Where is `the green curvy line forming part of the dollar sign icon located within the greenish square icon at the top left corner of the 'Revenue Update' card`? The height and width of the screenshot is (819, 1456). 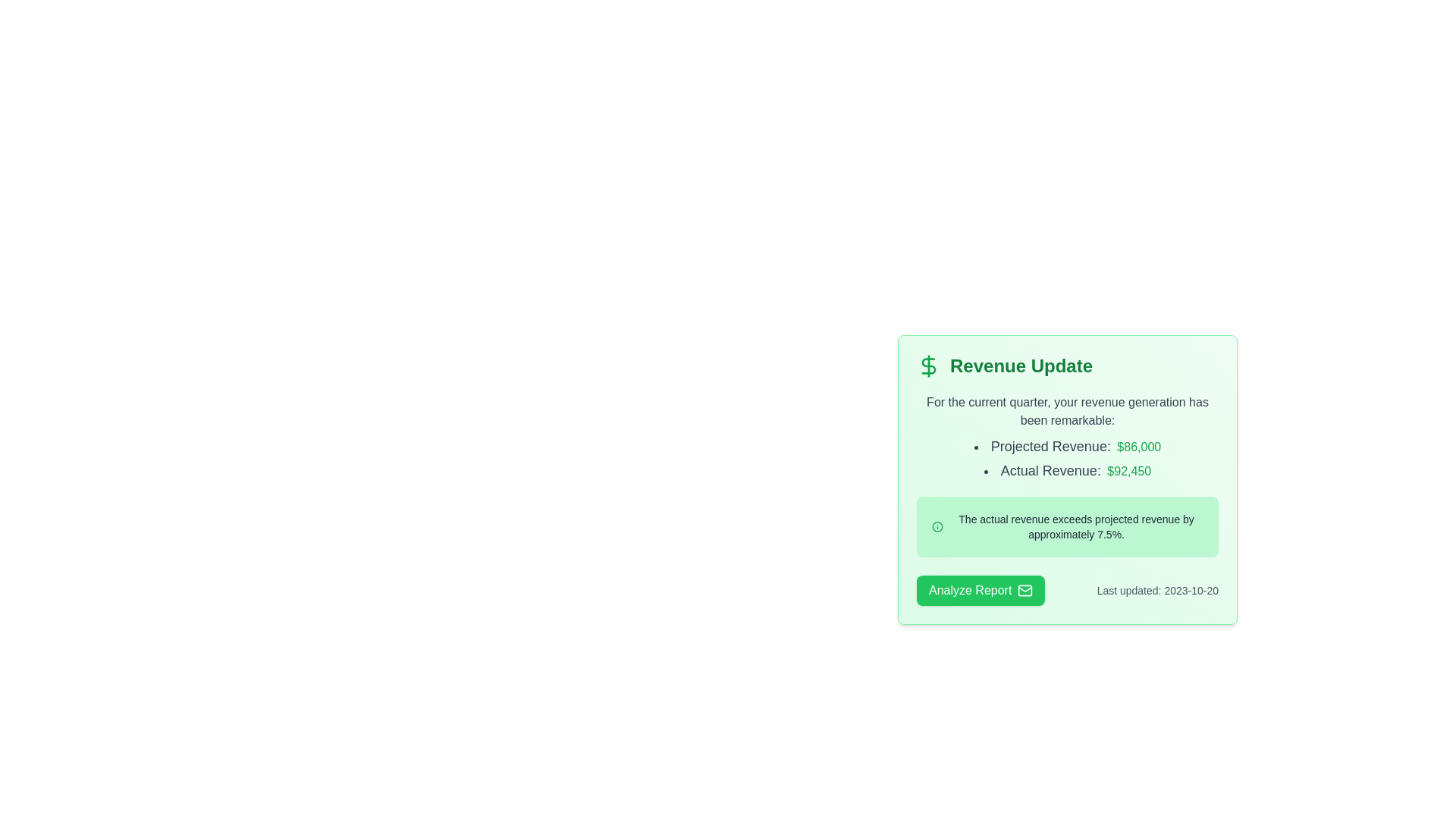
the green curvy line forming part of the dollar sign icon located within the greenish square icon at the top left corner of the 'Revenue Update' card is located at coordinates (927, 366).